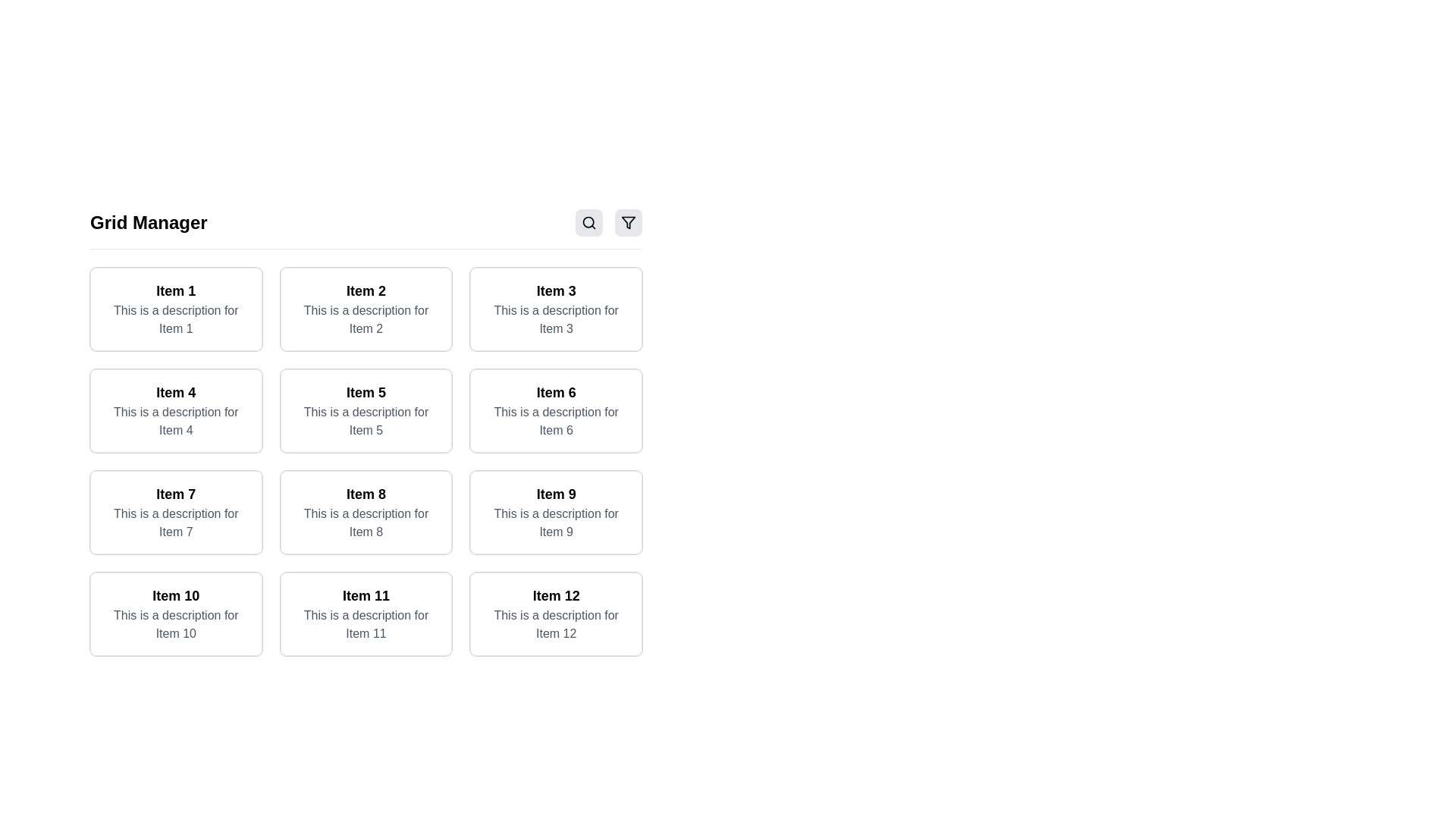 This screenshot has width=1456, height=819. Describe the element at coordinates (555, 309) in the screenshot. I see `the Card Component that displays a title and description, which is the third element in the three-column grid layout` at that location.